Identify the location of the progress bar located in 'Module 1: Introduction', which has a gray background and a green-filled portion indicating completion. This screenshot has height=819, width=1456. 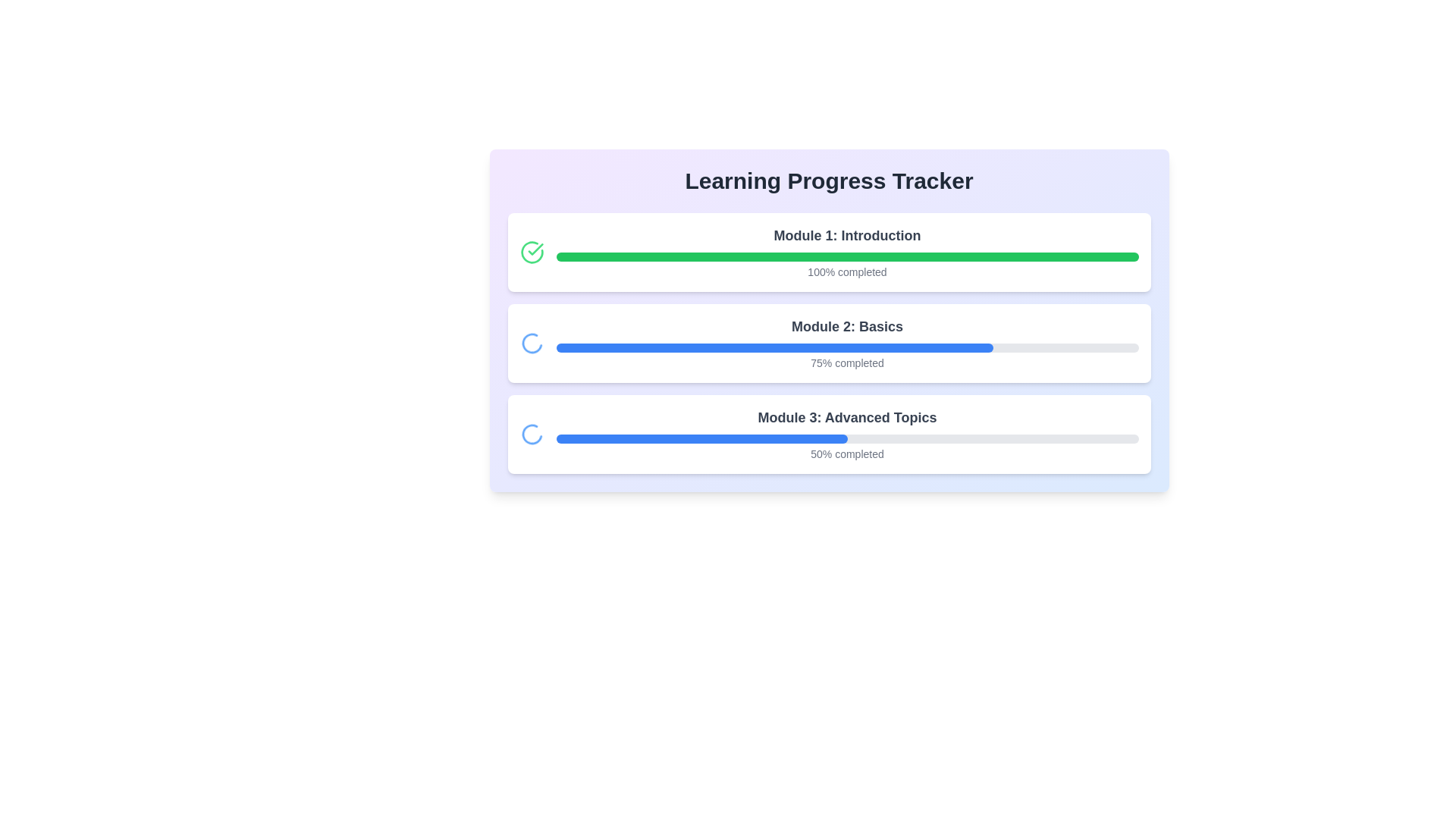
(846, 256).